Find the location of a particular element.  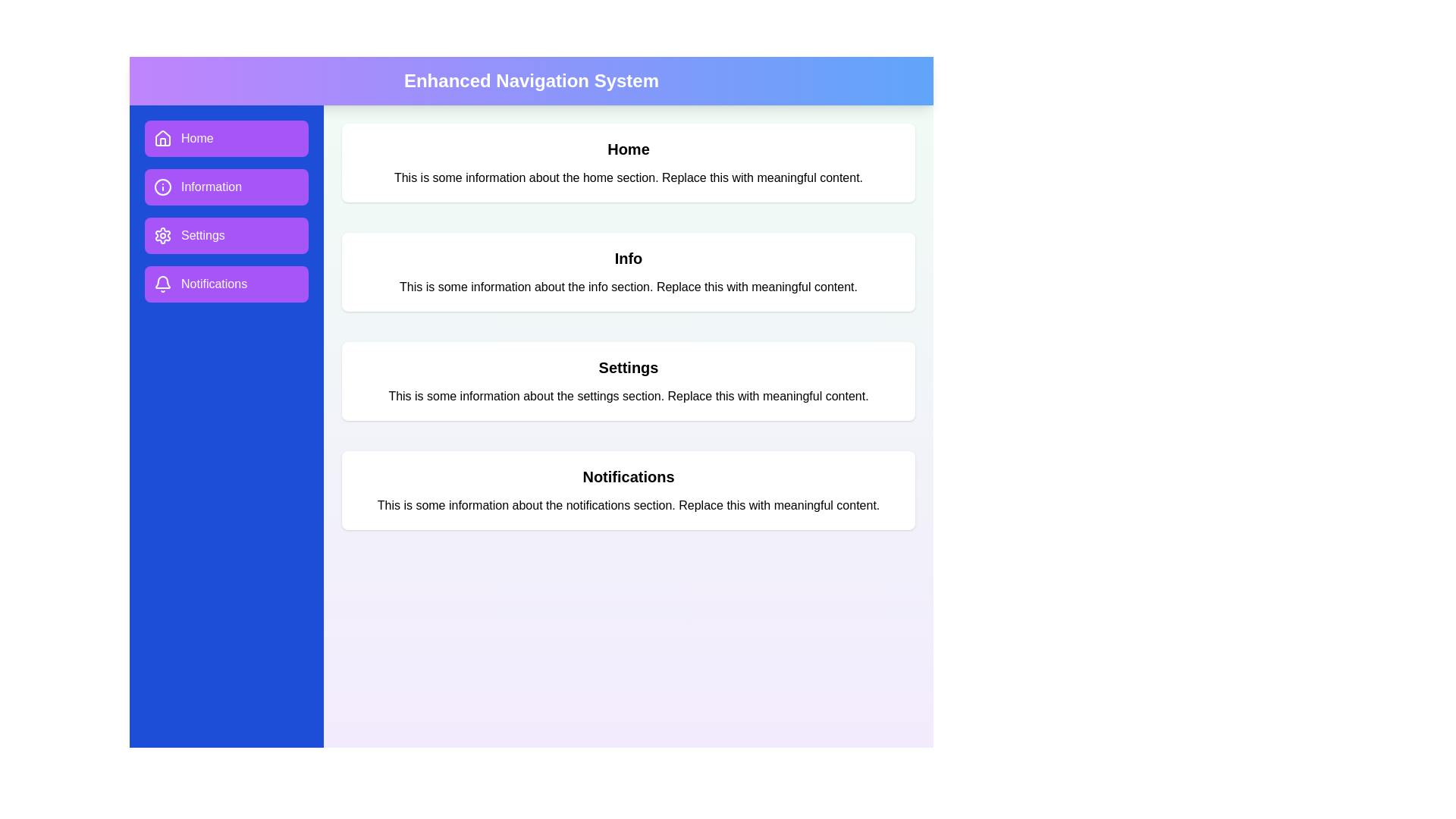

the bell icon representing notifications, which is located on the left navigation bar next to the 'Notifications' label is located at coordinates (163, 284).